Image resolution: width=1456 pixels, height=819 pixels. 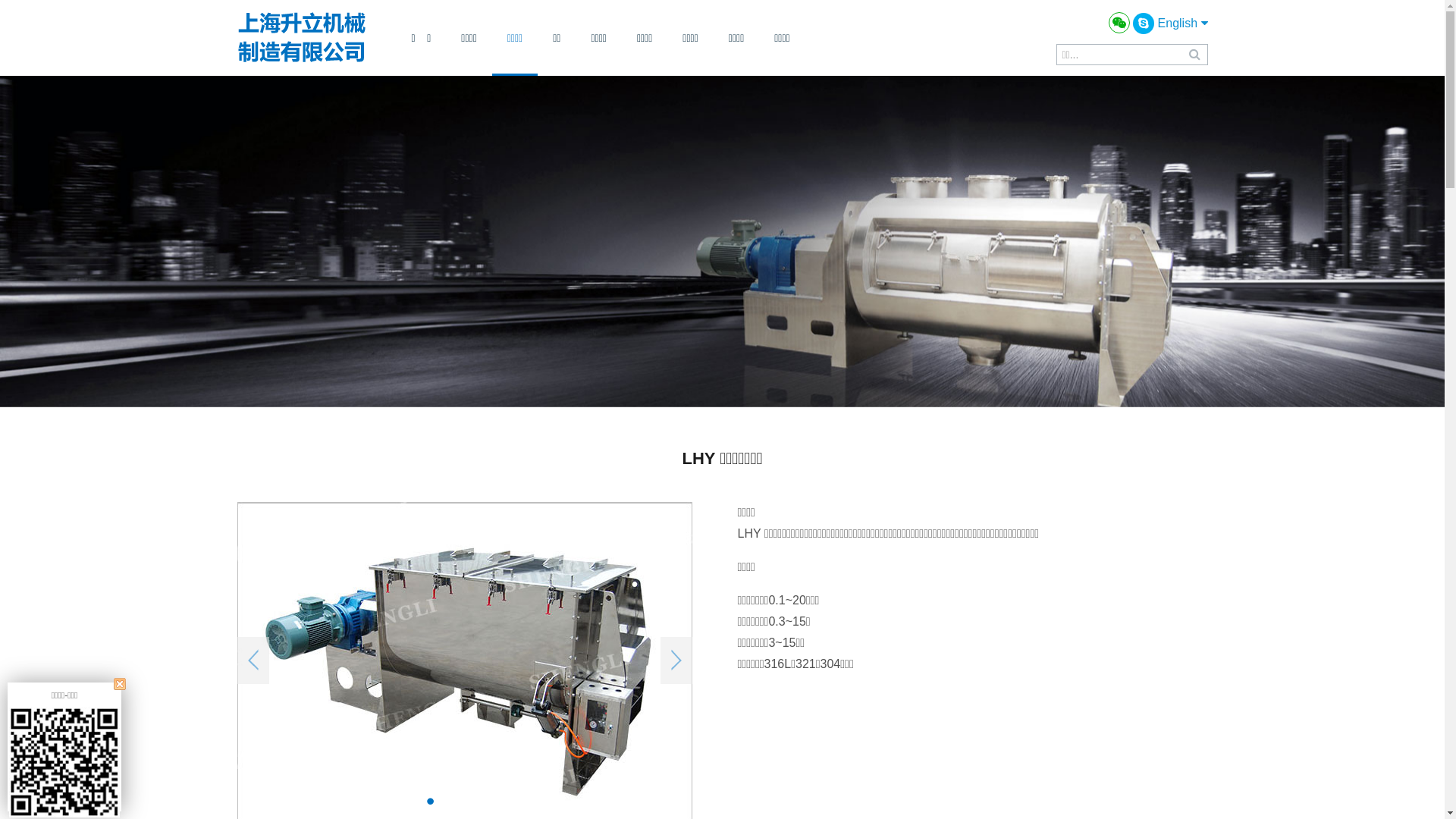 I want to click on '1', so click(x=429, y=800).